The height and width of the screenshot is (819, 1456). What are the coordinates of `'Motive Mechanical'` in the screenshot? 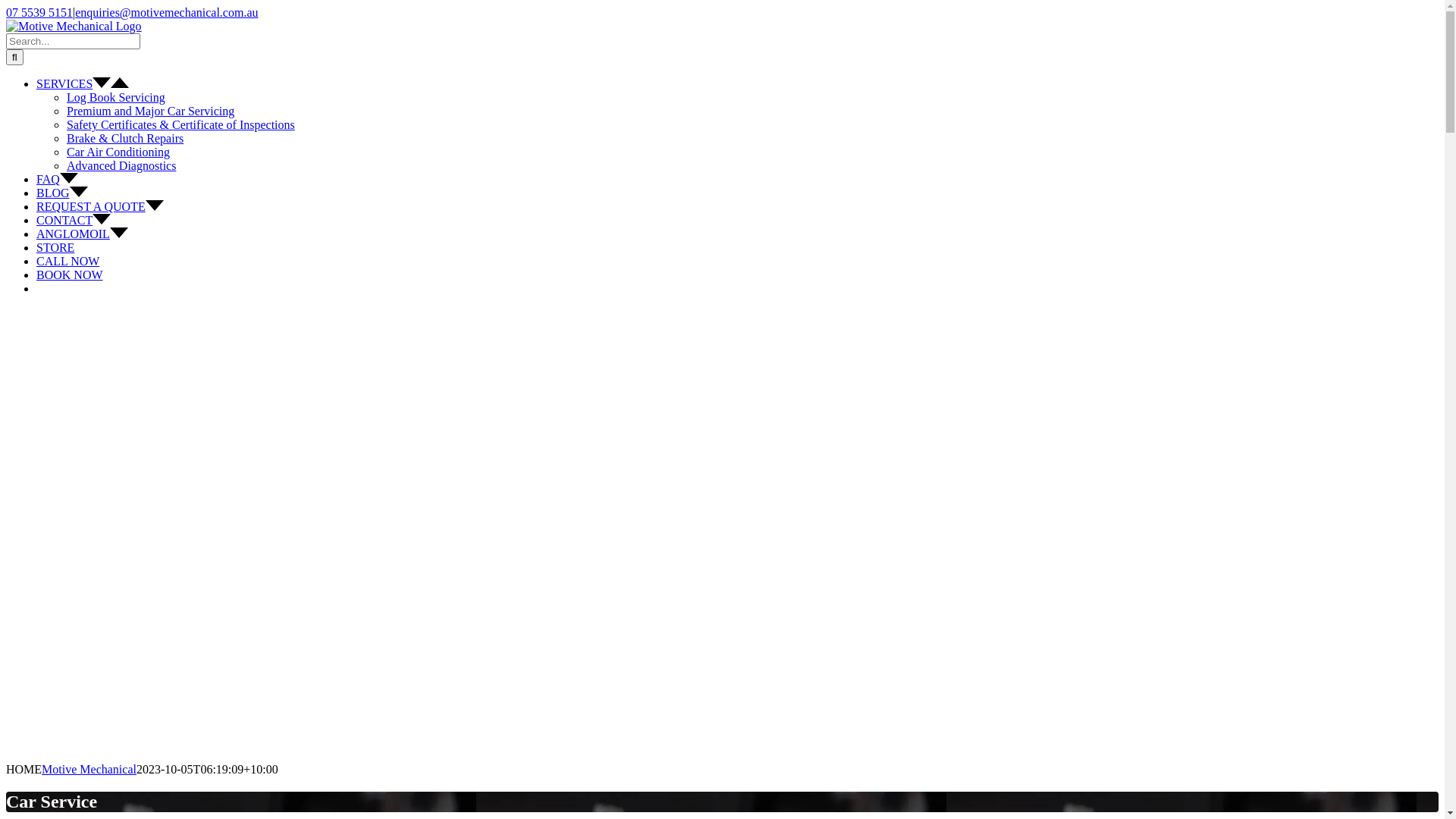 It's located at (88, 769).